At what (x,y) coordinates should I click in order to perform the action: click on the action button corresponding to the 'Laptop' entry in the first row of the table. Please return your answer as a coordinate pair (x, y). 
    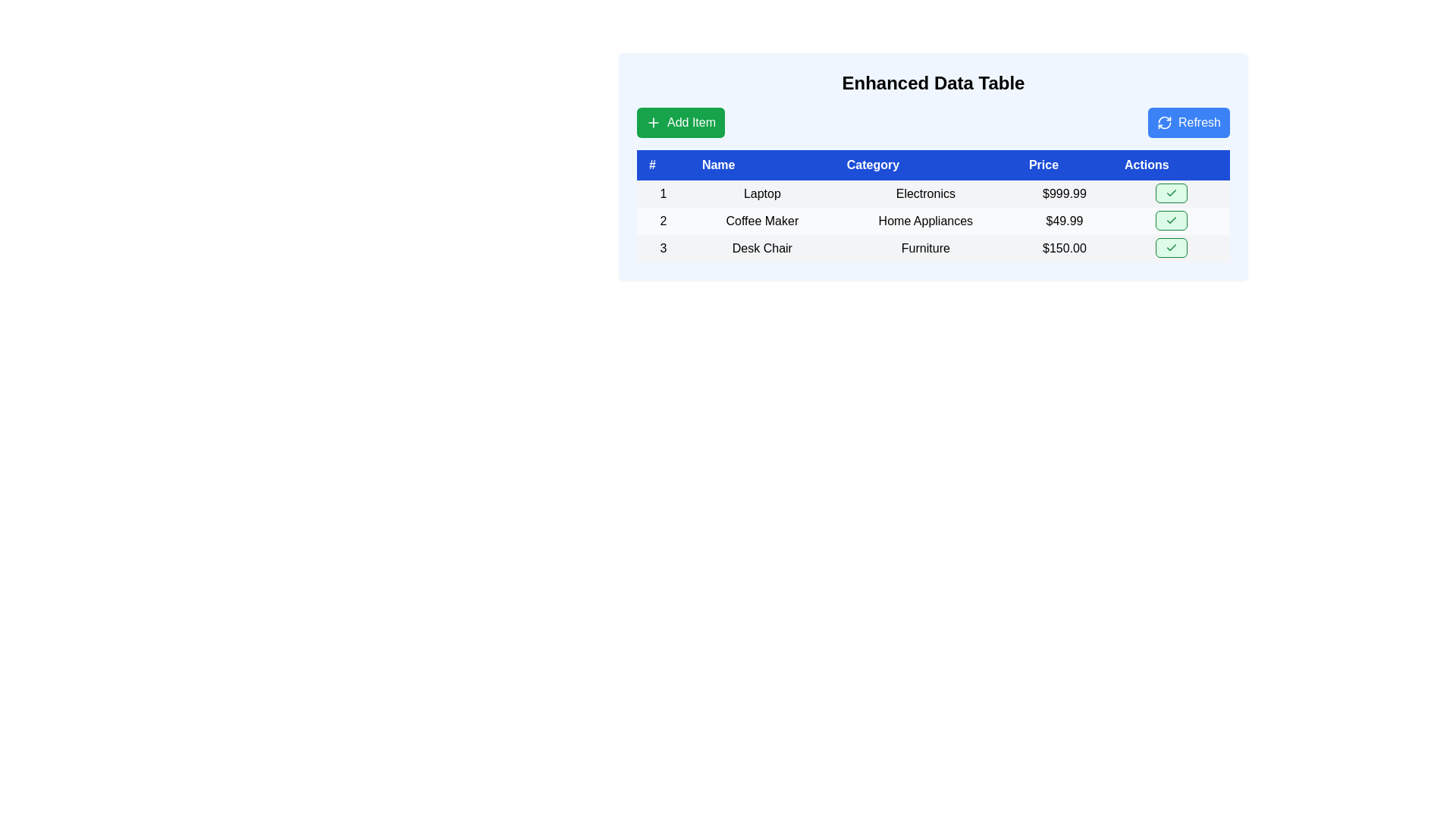
    Looking at the image, I should click on (1170, 193).